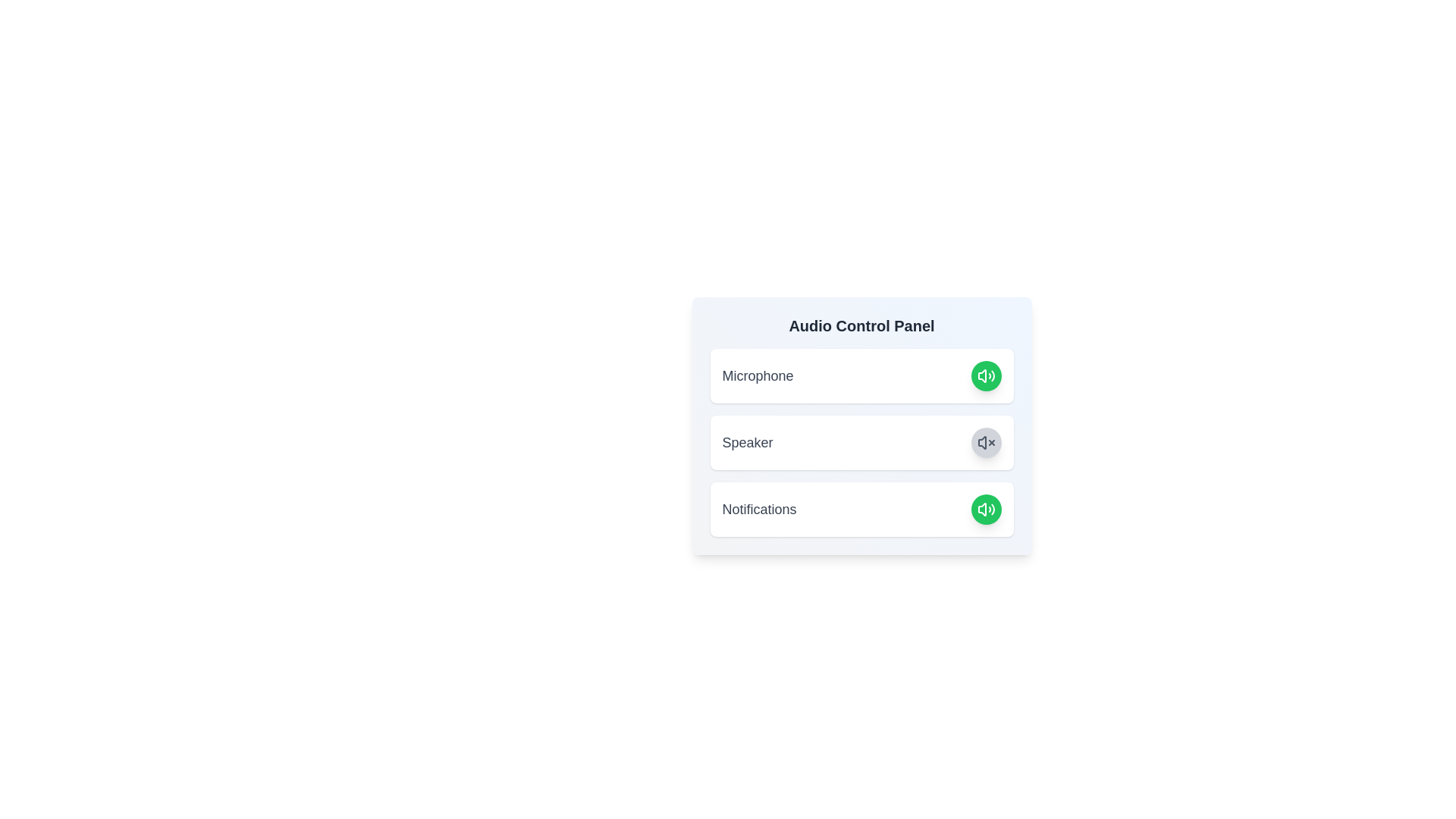 The image size is (1456, 819). What do you see at coordinates (861, 509) in the screenshot?
I see `the circular green button on the interactive panel labeled 'Notifications'` at bounding box center [861, 509].